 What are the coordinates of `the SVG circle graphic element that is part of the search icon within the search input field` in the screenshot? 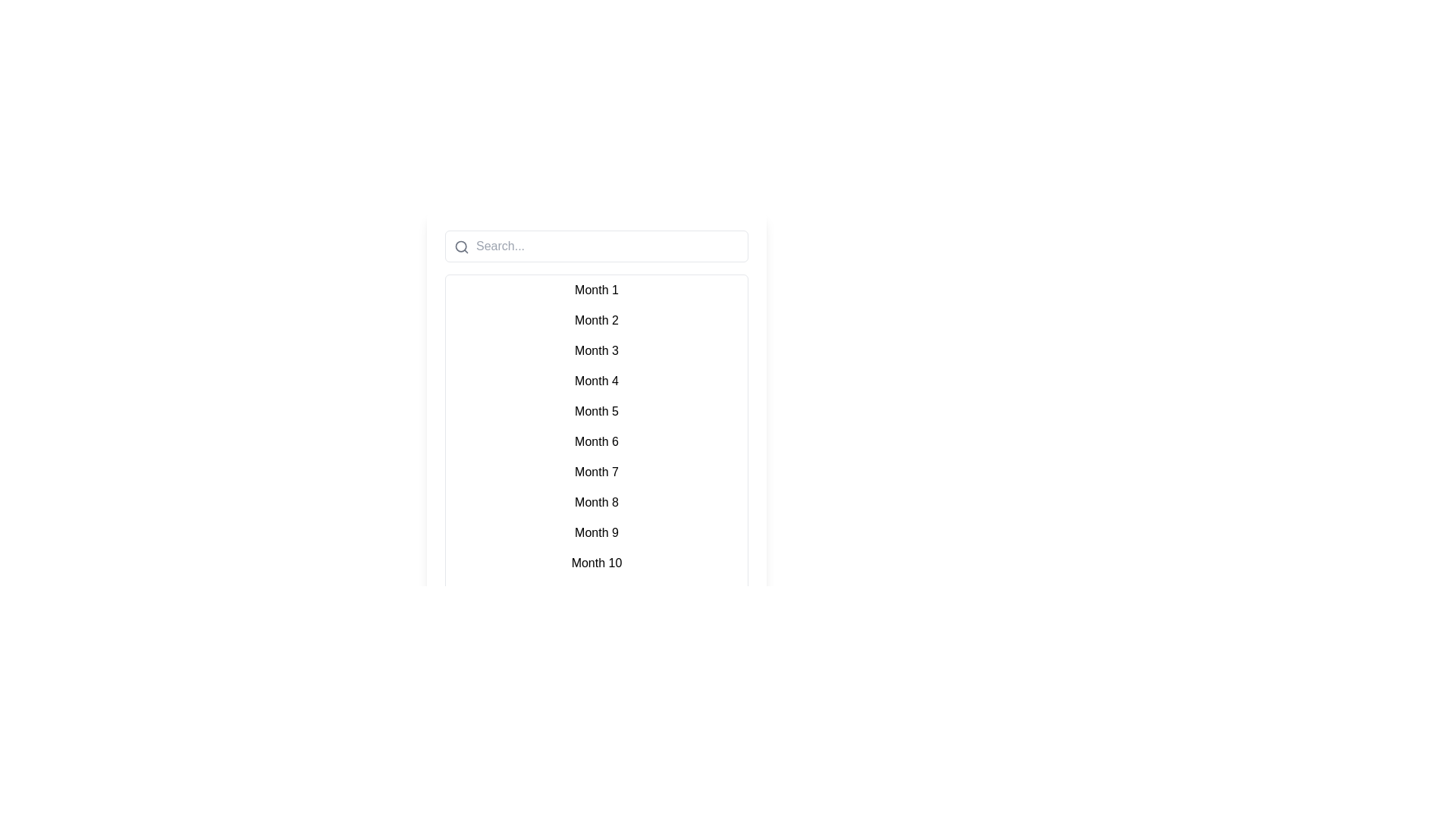 It's located at (460, 246).